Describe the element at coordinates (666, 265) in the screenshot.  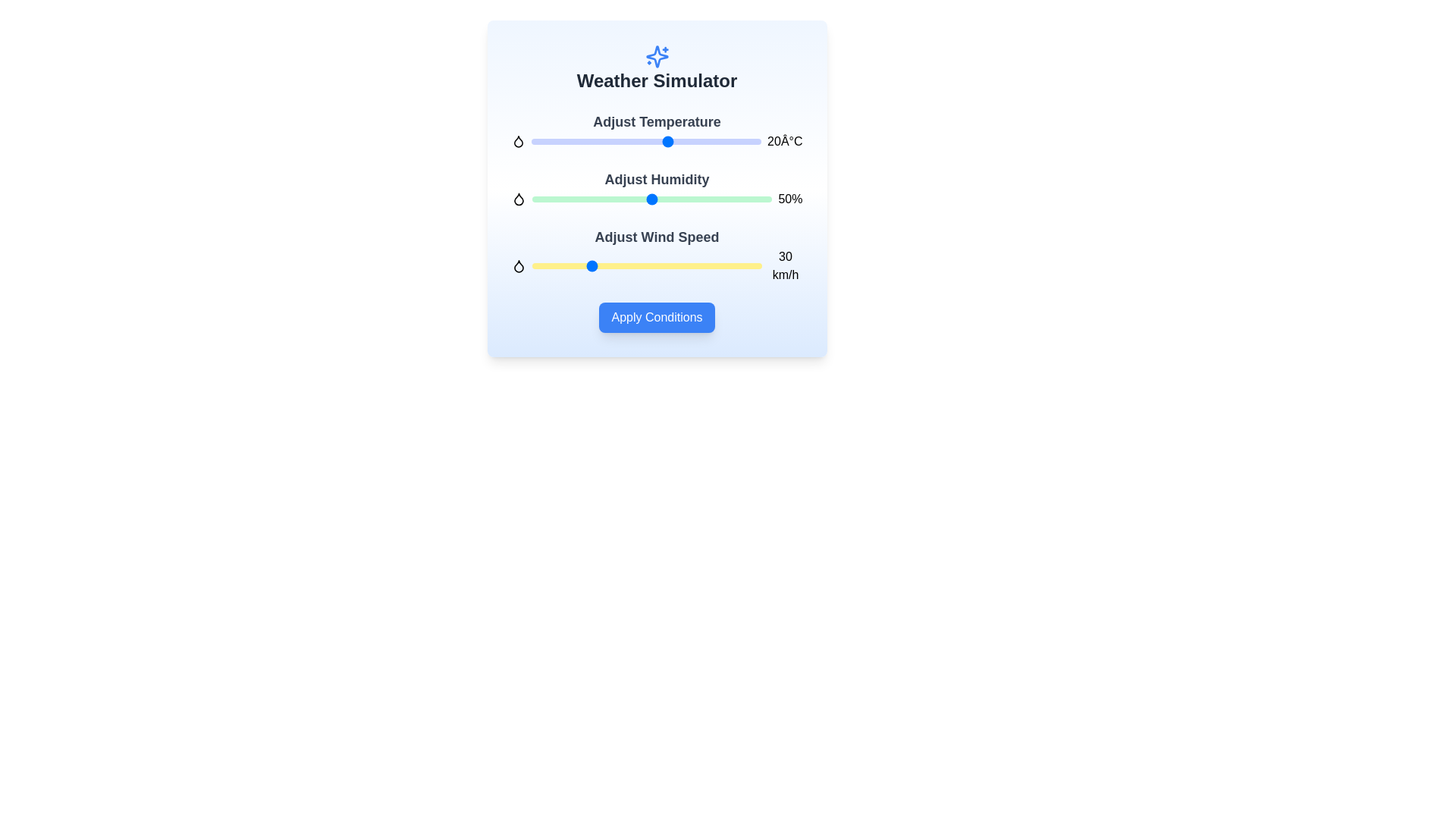
I see `the wind speed slider to 70 km/h` at that location.